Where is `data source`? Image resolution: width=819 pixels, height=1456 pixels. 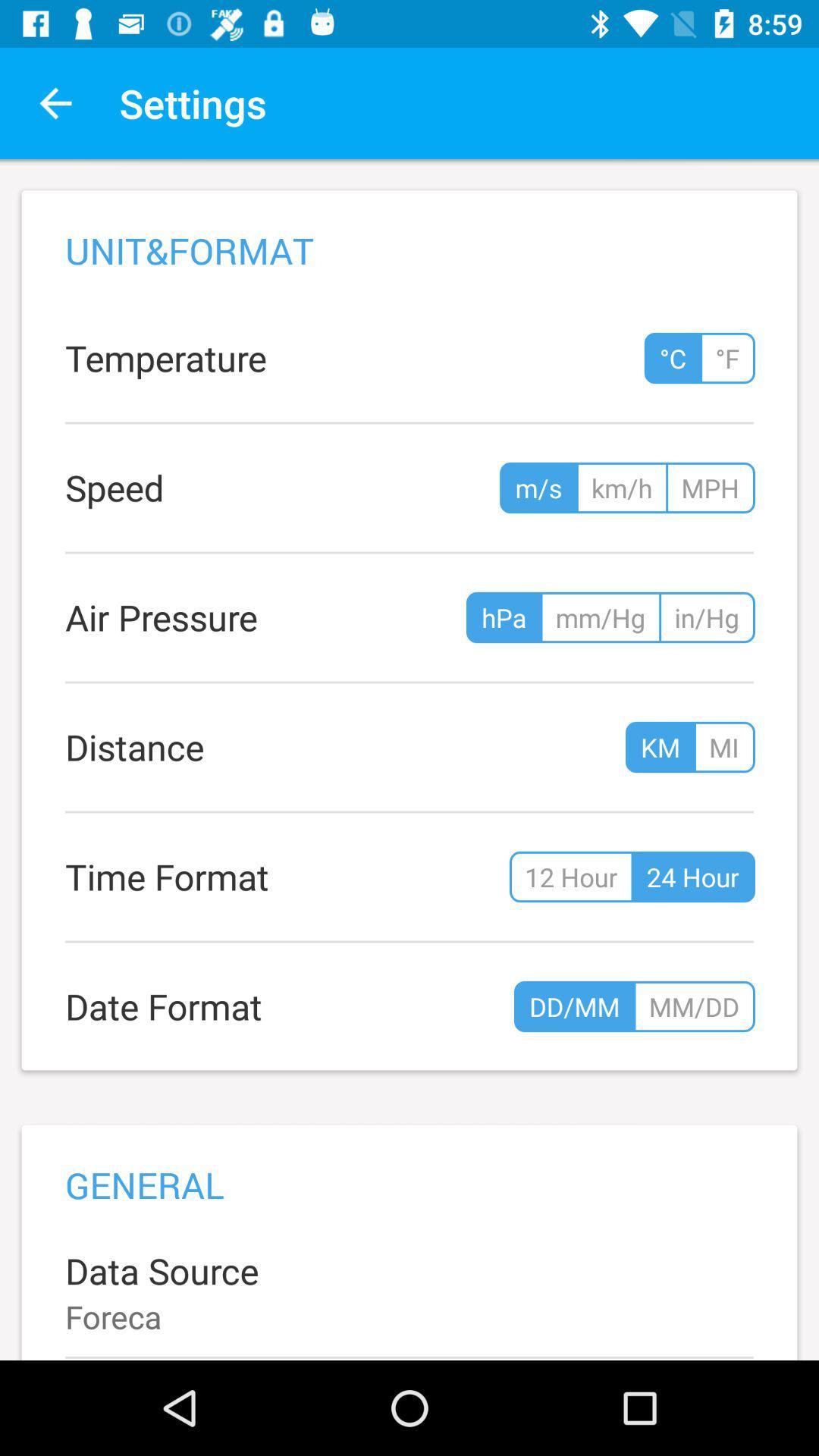
data source is located at coordinates (409, 1291).